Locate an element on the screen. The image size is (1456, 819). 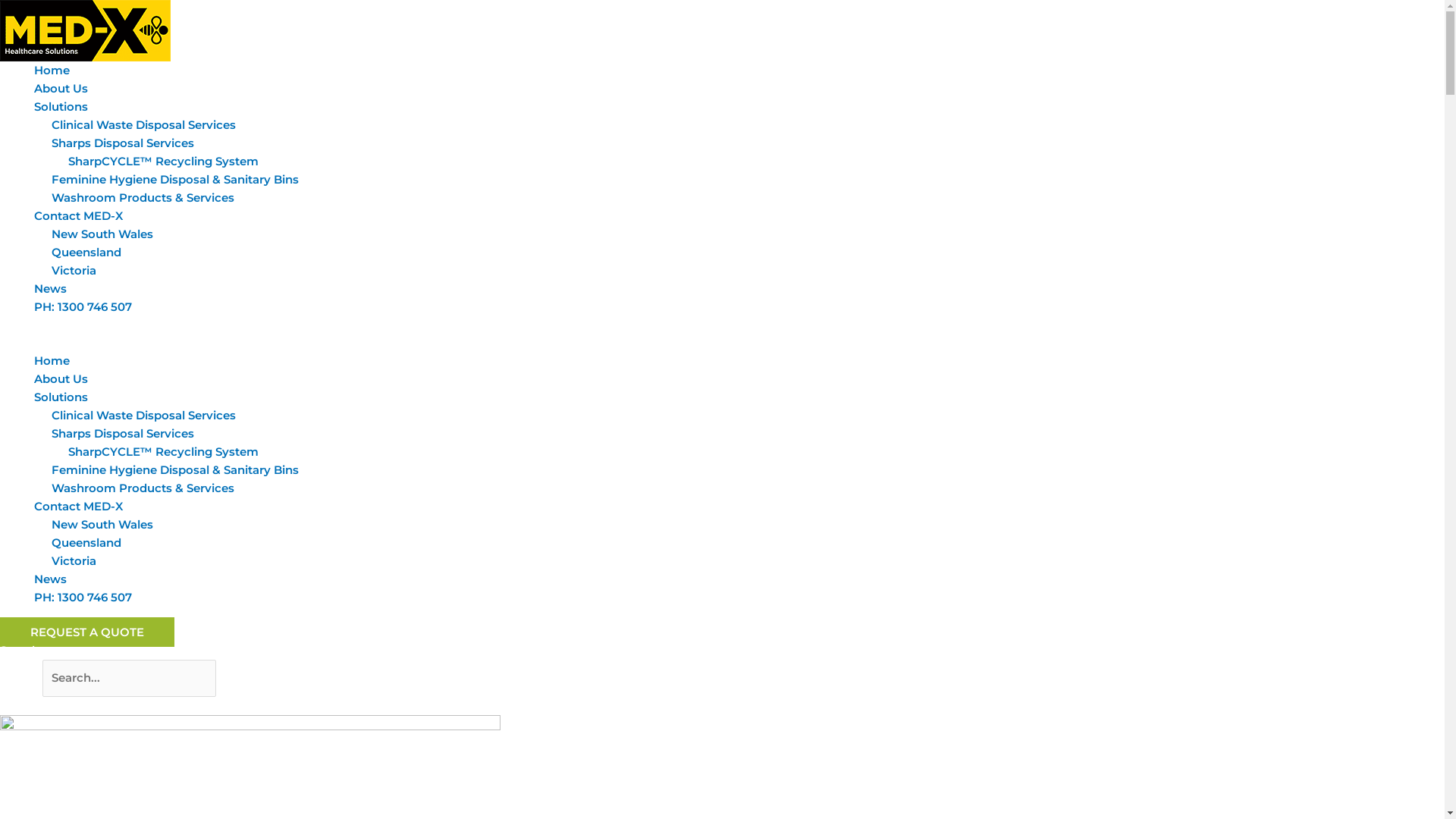
'Solutions' is located at coordinates (61, 105).